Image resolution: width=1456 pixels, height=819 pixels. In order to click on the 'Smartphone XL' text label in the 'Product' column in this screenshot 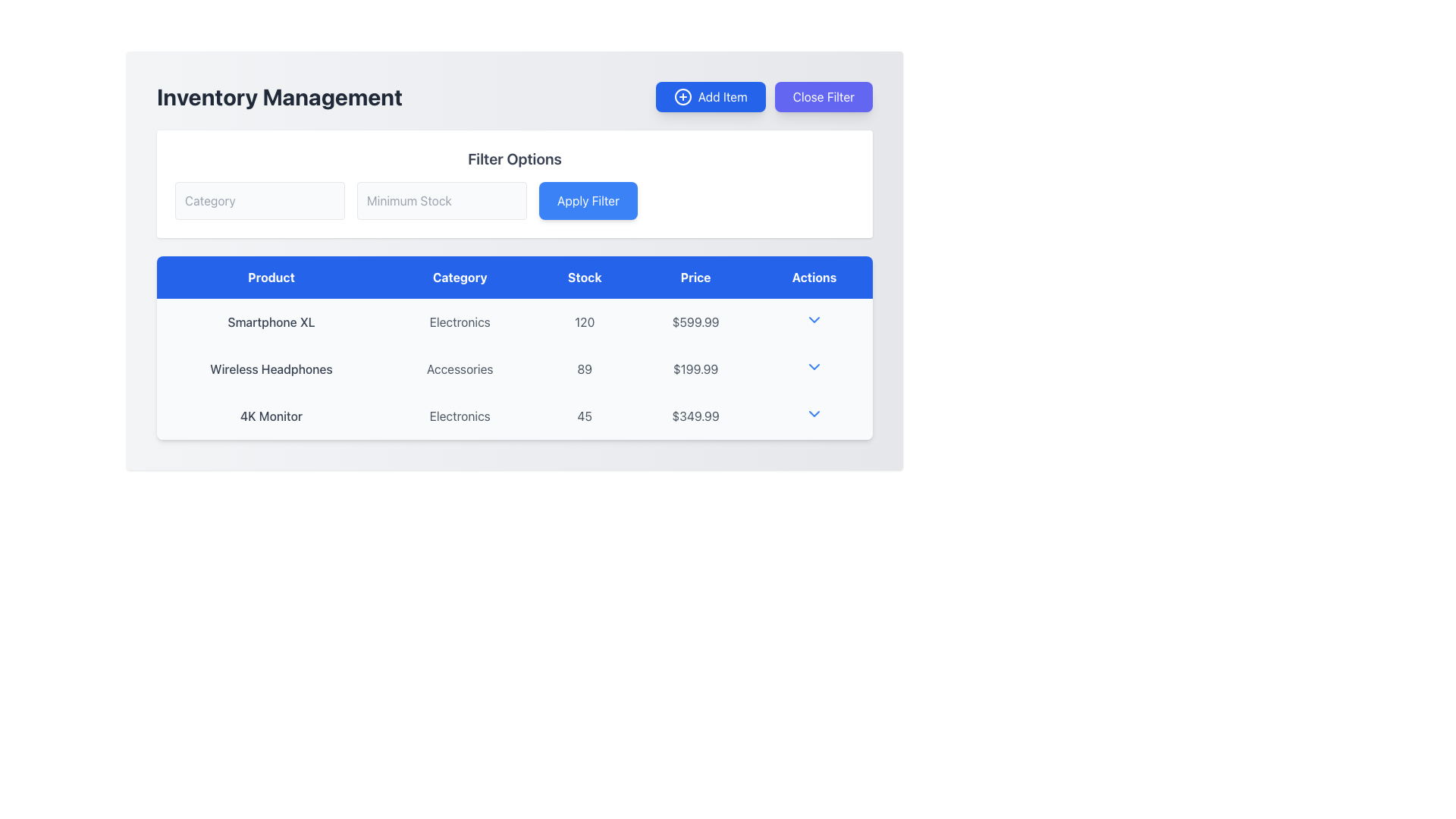, I will do `click(271, 321)`.